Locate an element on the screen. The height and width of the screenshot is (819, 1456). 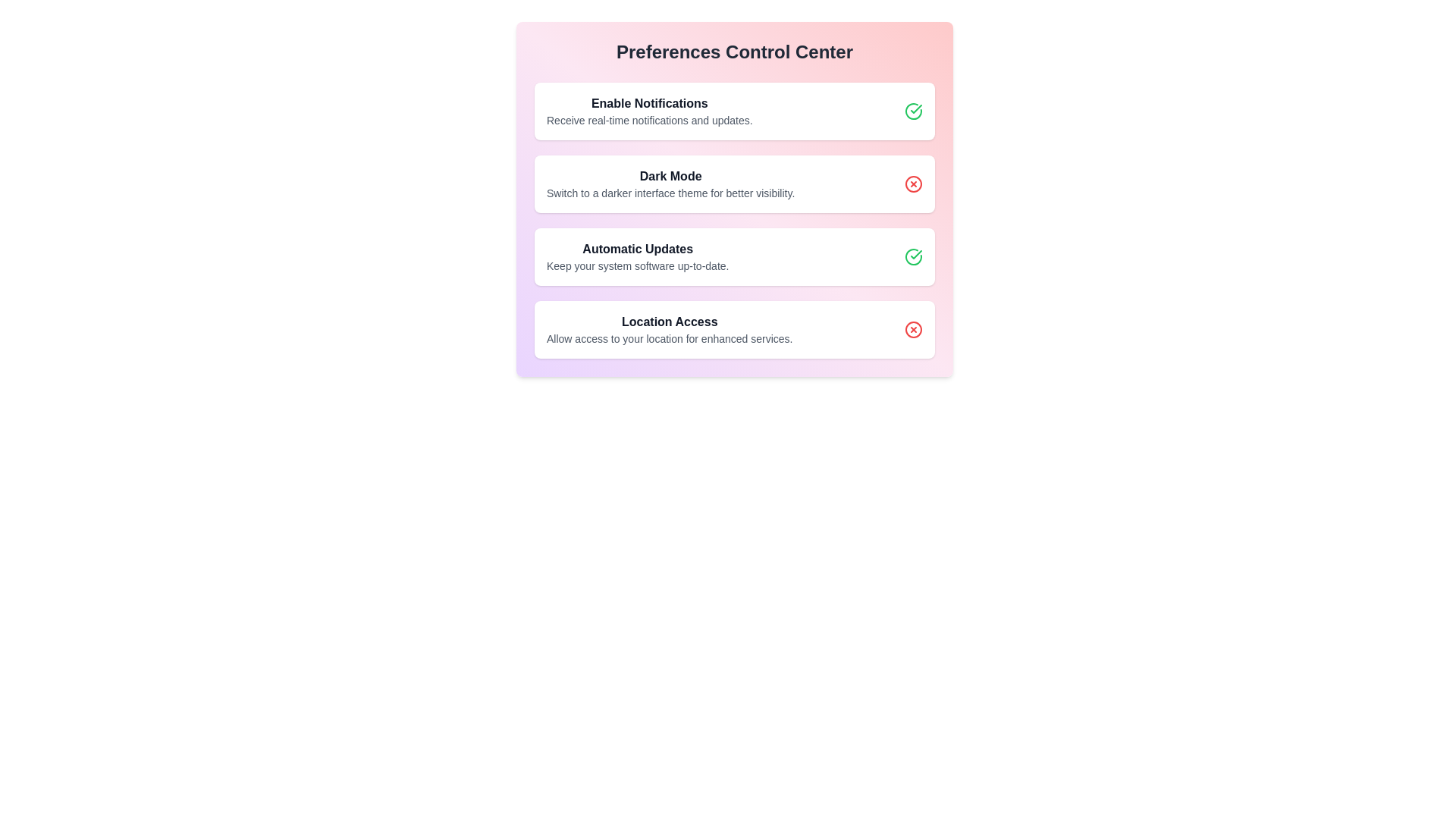
descriptive text of the Text-display element that describes the Dark Mode functionality, located in the Preferences Control Center between 'Enable Notifications' and 'Automatic Updates' is located at coordinates (670, 184).